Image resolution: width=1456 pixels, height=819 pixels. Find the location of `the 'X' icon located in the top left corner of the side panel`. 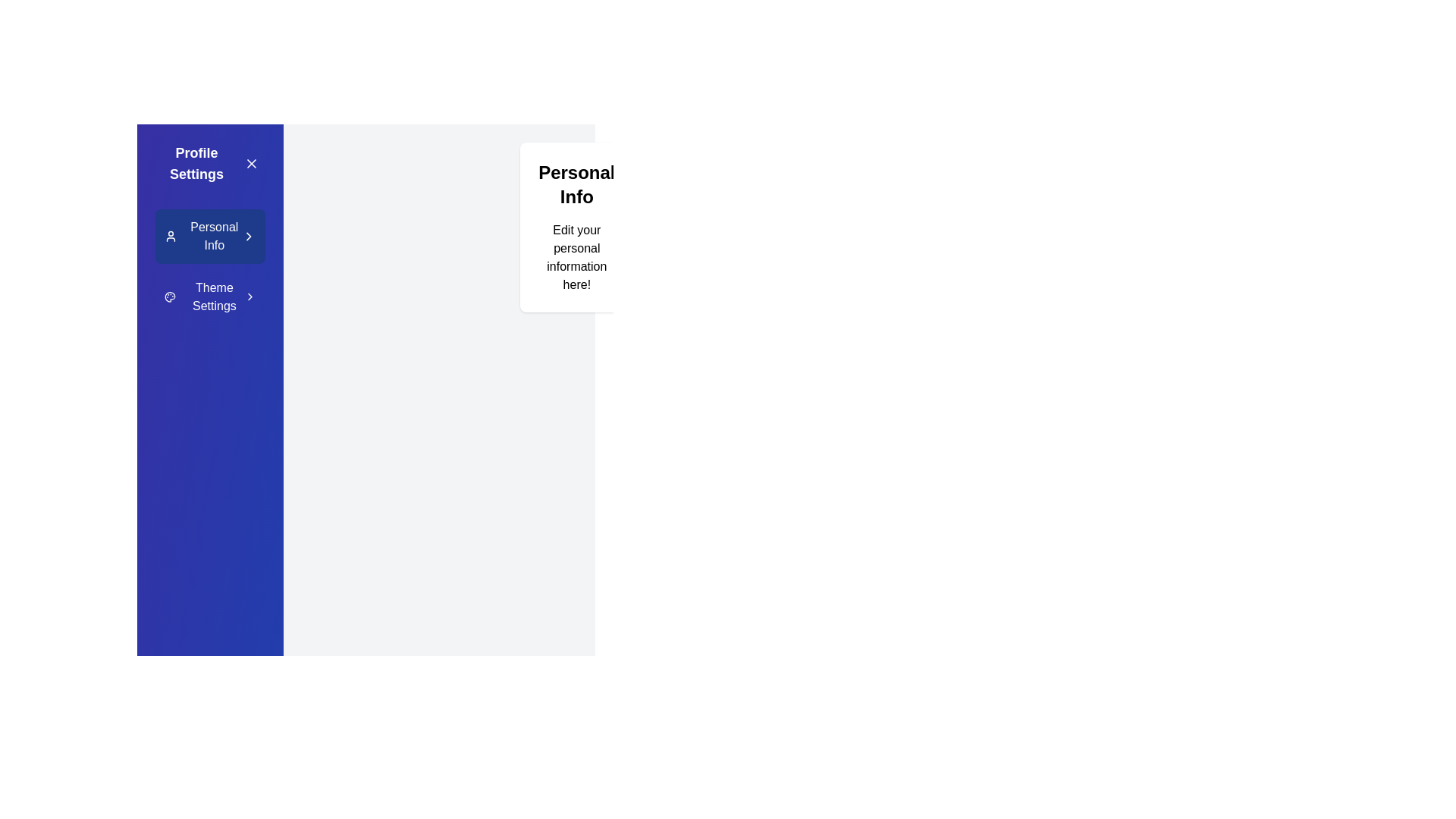

the 'X' icon located in the top left corner of the side panel is located at coordinates (252, 164).